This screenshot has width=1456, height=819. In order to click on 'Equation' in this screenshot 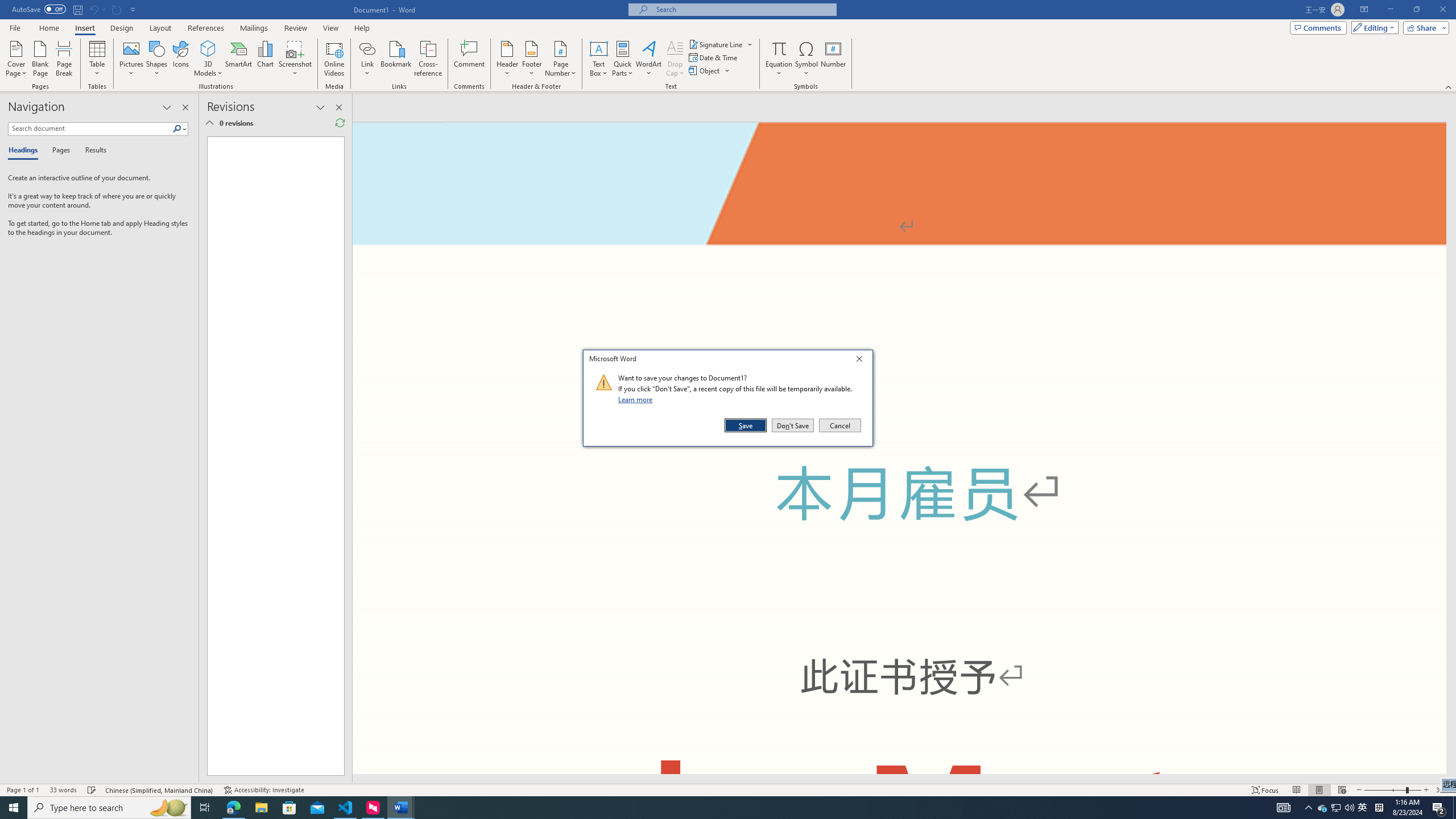, I will do `click(779, 59)`.